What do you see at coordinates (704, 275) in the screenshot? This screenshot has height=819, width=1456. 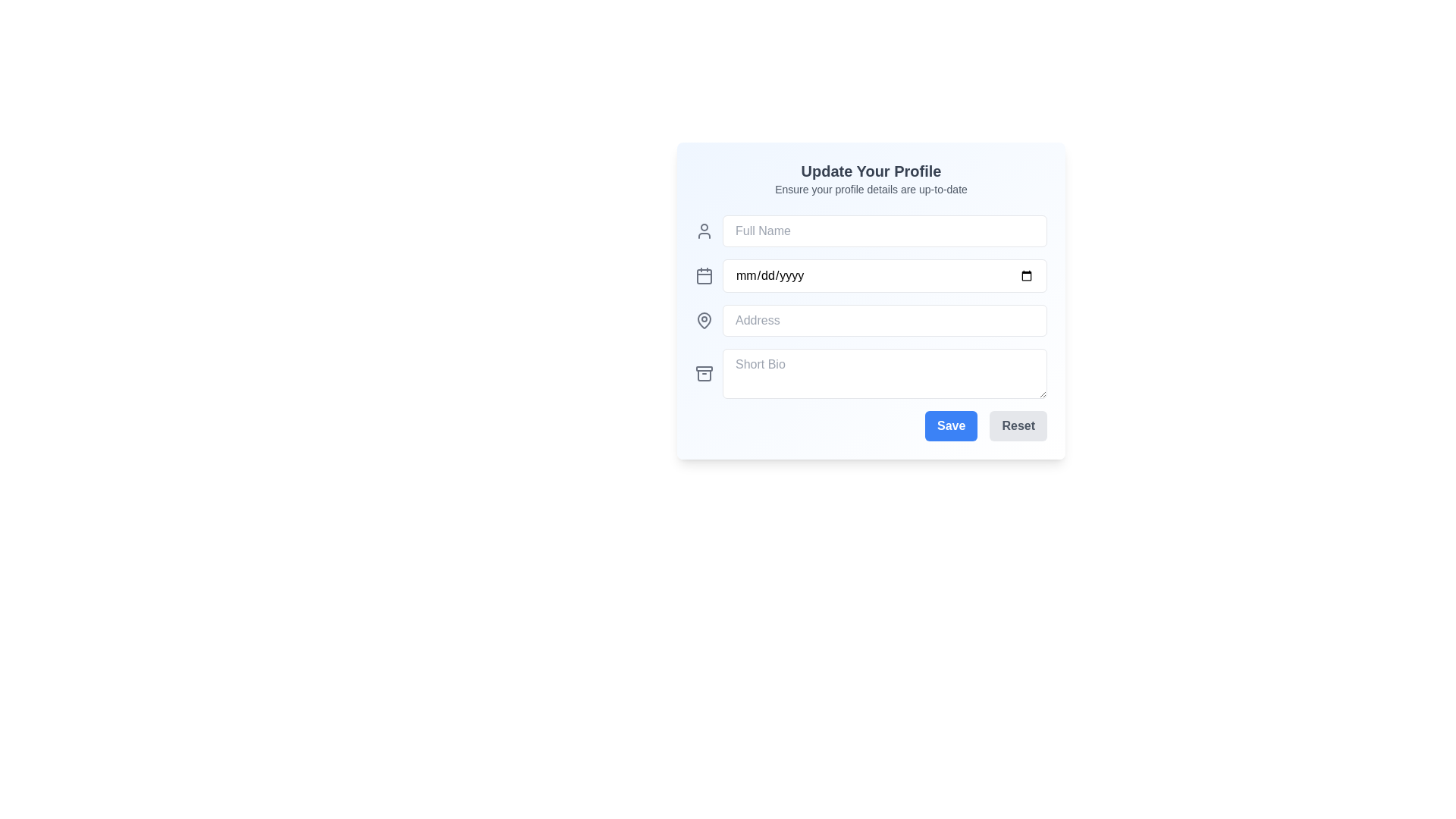 I see `the calendar icon, which is a grayish box shape with two vertical lines at the top, located to the left of the 'mm/dd/yyyy' date input field` at bounding box center [704, 275].